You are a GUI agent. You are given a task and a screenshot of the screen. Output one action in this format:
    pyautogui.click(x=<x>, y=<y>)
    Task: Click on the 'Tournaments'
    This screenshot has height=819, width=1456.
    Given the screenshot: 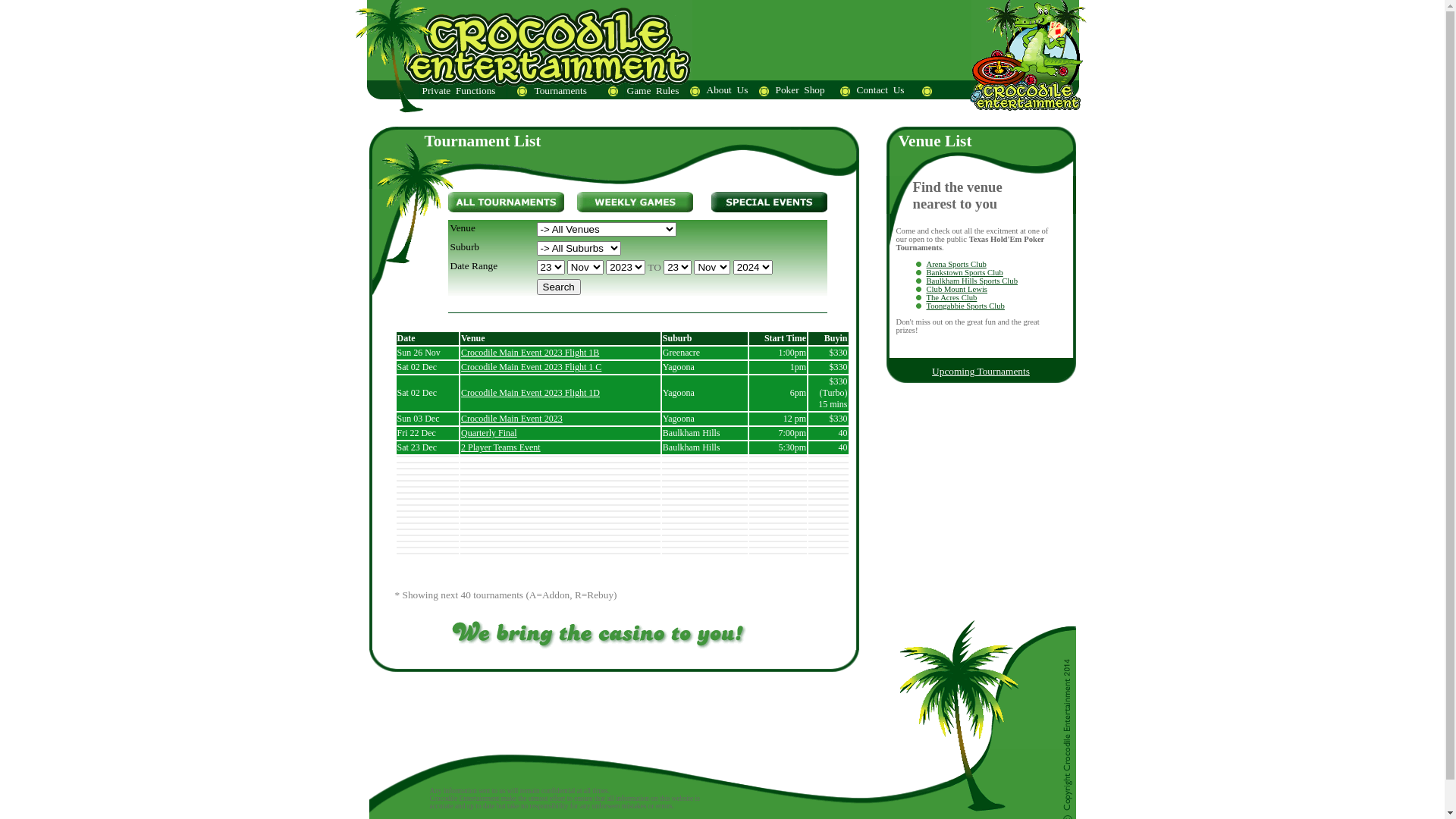 What is the action you would take?
    pyautogui.click(x=531, y=90)
    